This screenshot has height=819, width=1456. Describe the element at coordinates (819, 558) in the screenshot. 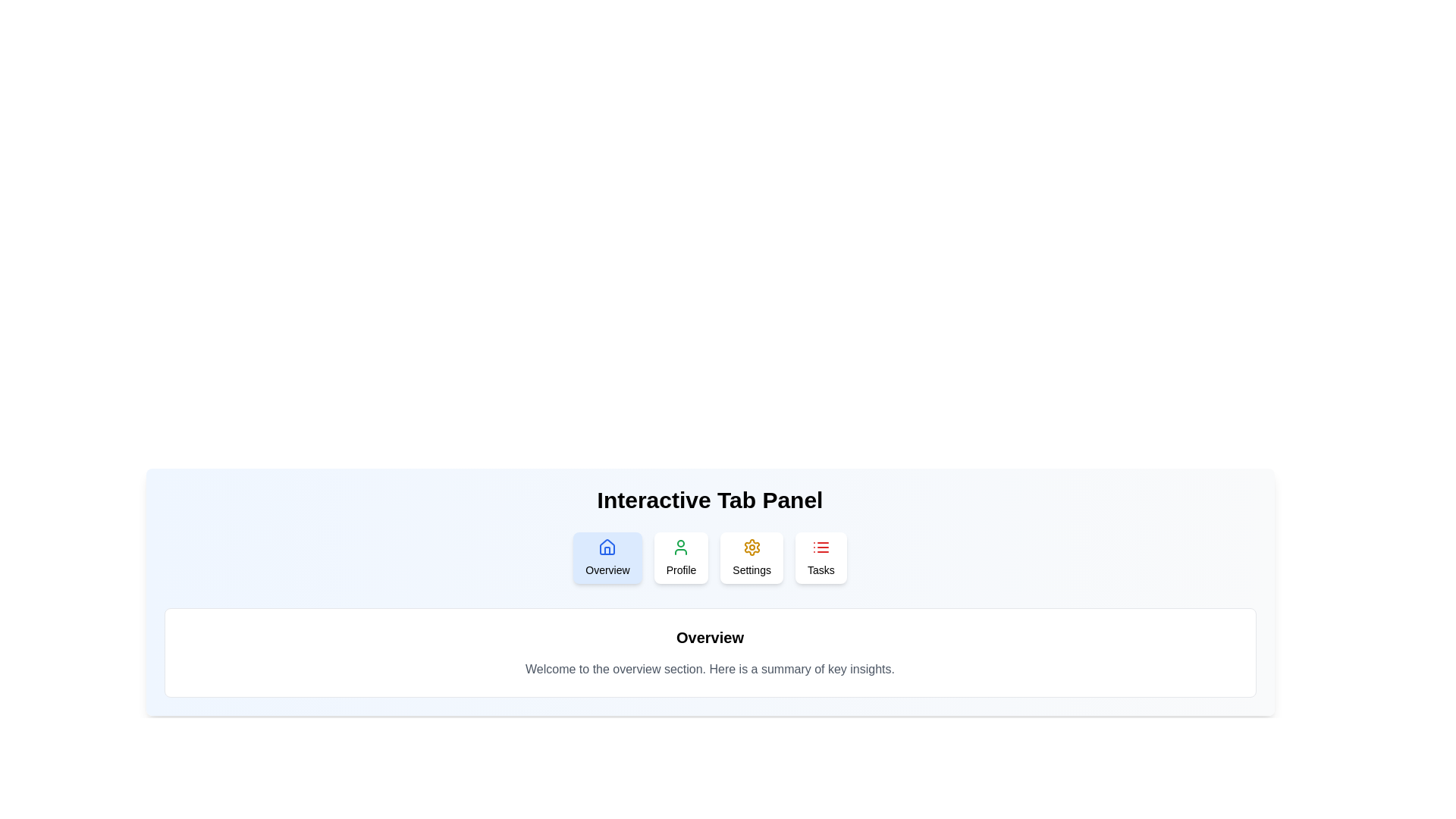

I see `the Tasks tab to observe the transition and content change` at that location.